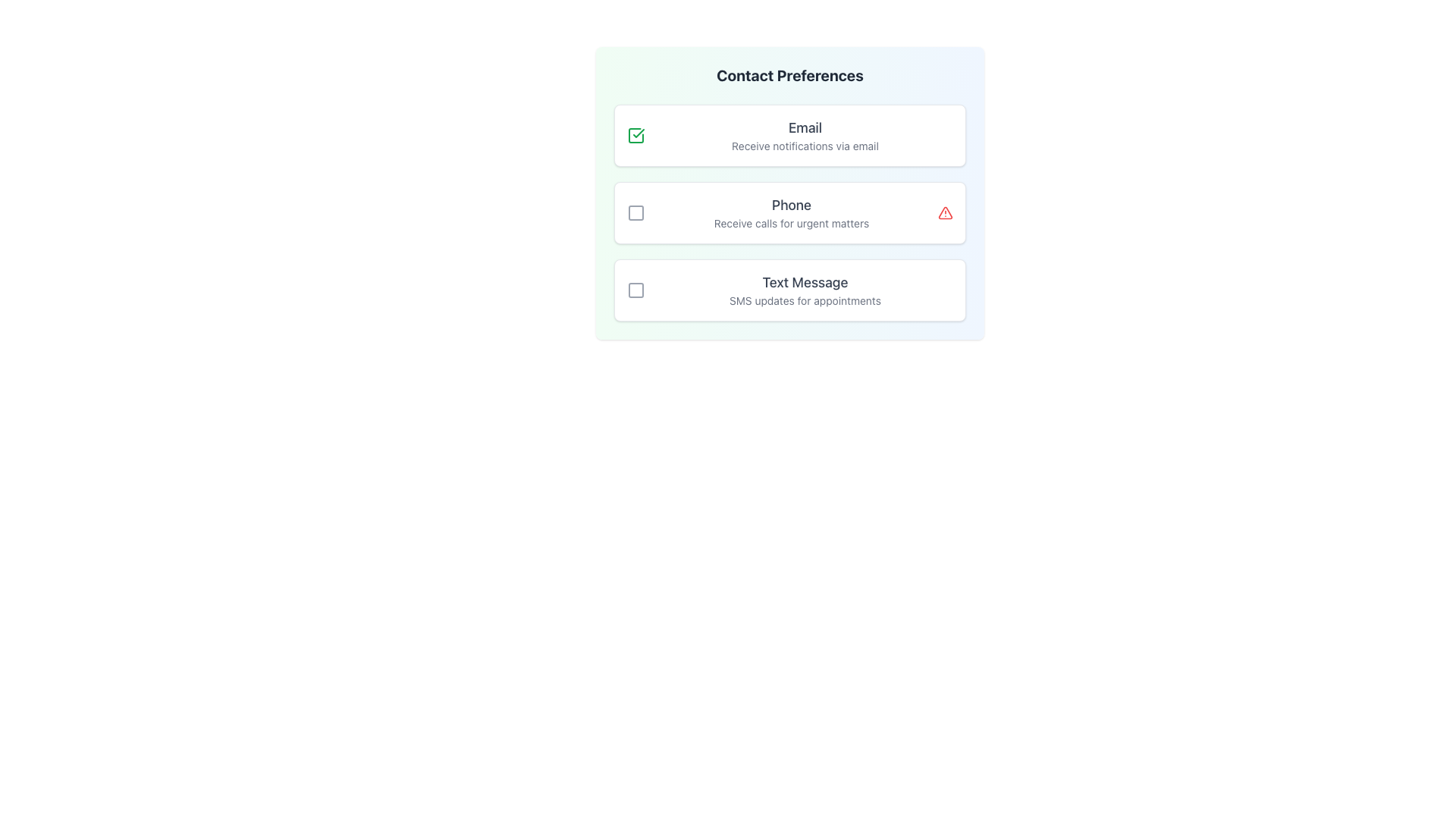 The image size is (1456, 819). I want to click on the checkbox, so click(789, 290).